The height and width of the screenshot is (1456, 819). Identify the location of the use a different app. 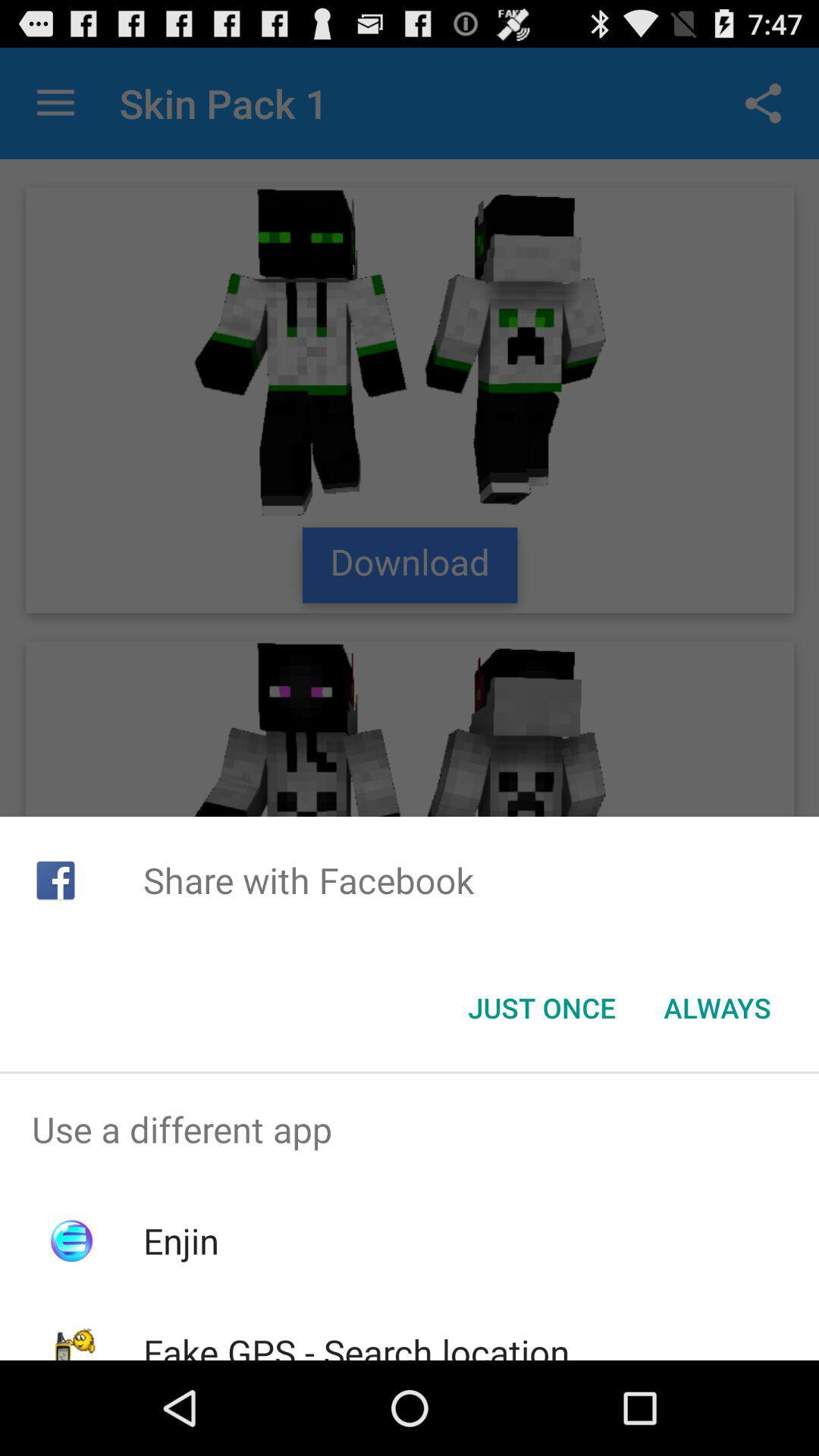
(409, 1129).